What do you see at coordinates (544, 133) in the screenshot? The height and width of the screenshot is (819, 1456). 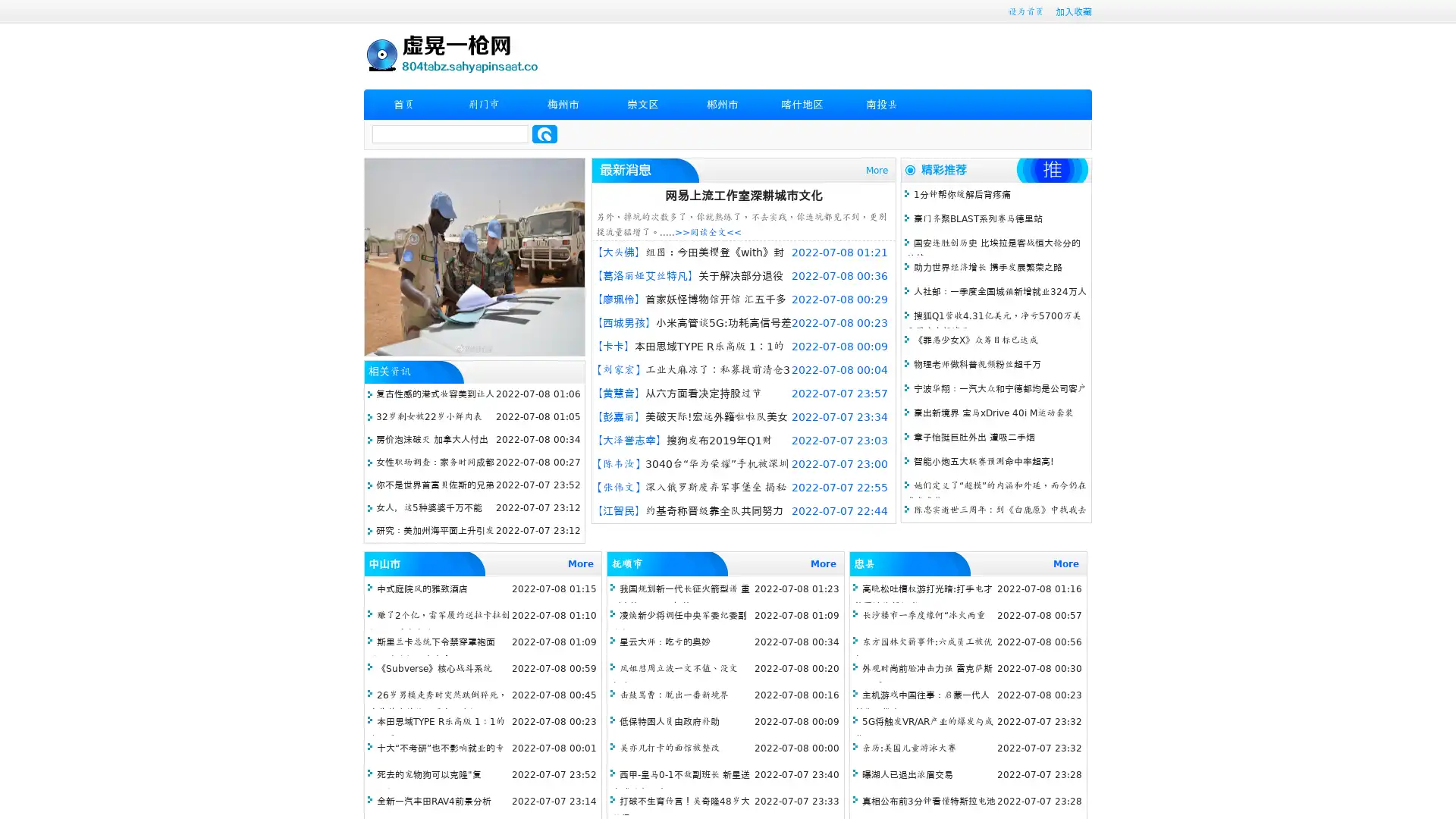 I see `Search` at bounding box center [544, 133].